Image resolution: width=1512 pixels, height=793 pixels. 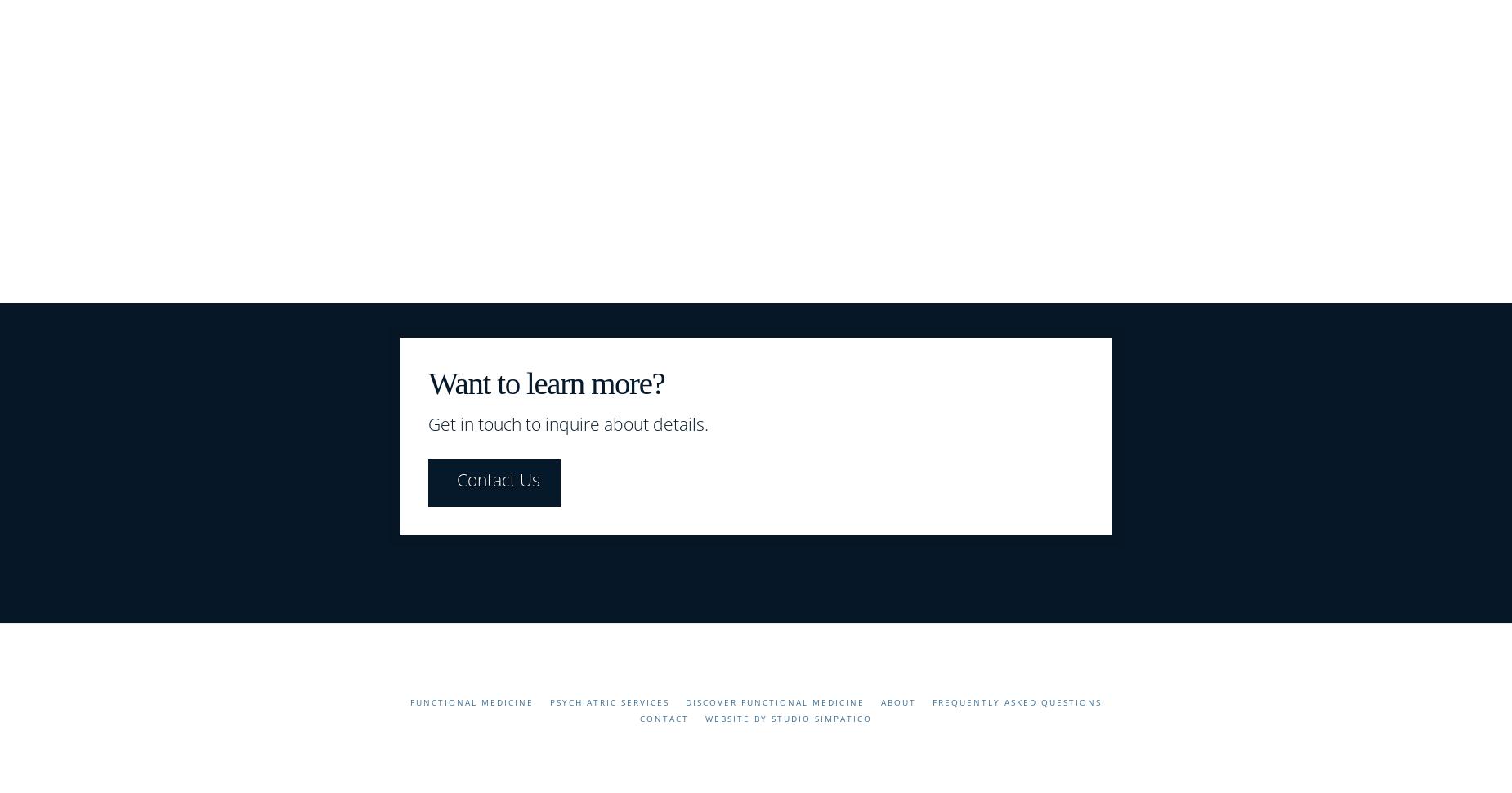 I want to click on 'Get in touch to inquire about details.', so click(x=568, y=423).